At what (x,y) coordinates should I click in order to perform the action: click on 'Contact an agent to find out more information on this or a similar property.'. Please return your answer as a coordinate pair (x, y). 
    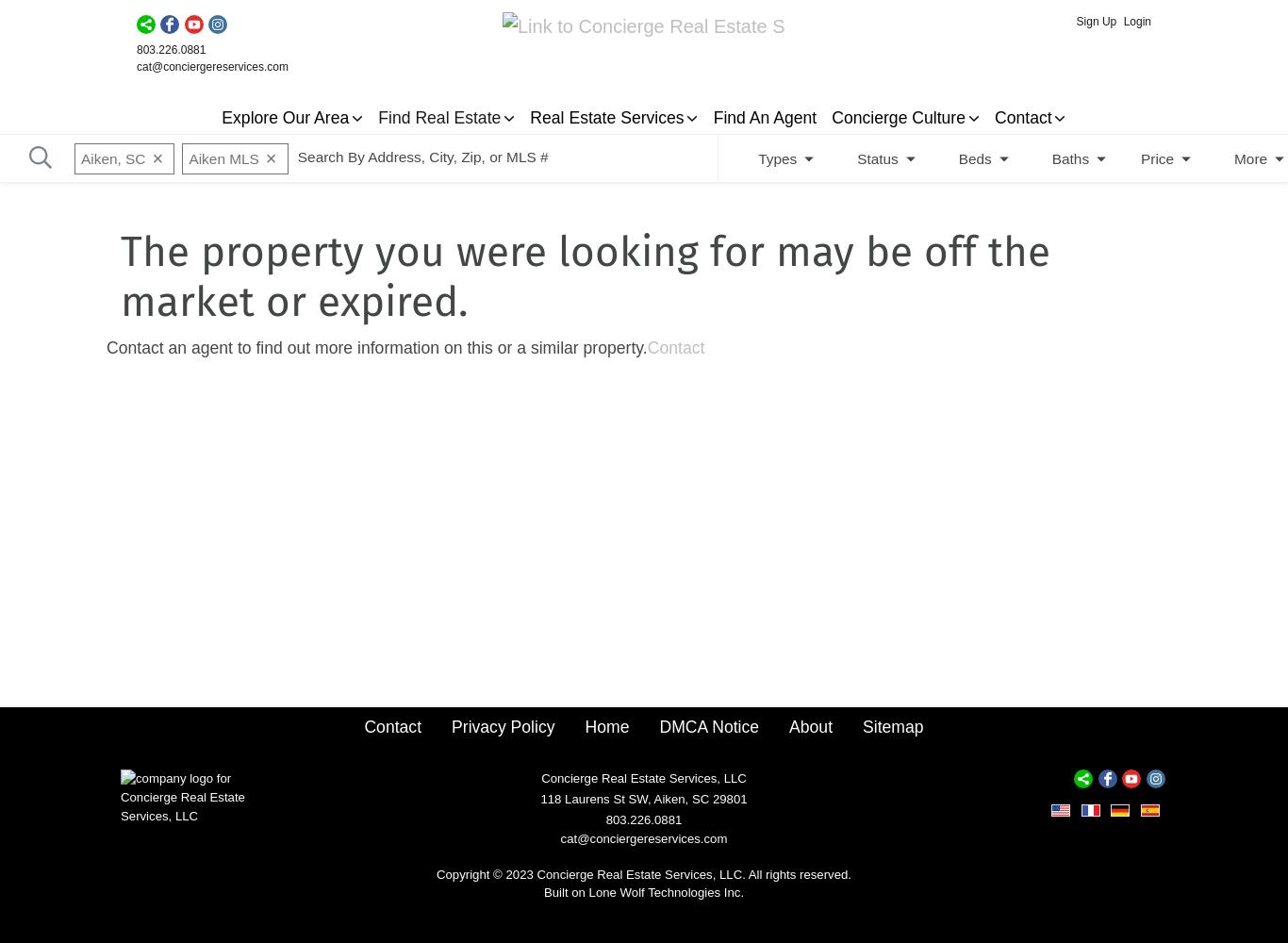
    Looking at the image, I should click on (375, 346).